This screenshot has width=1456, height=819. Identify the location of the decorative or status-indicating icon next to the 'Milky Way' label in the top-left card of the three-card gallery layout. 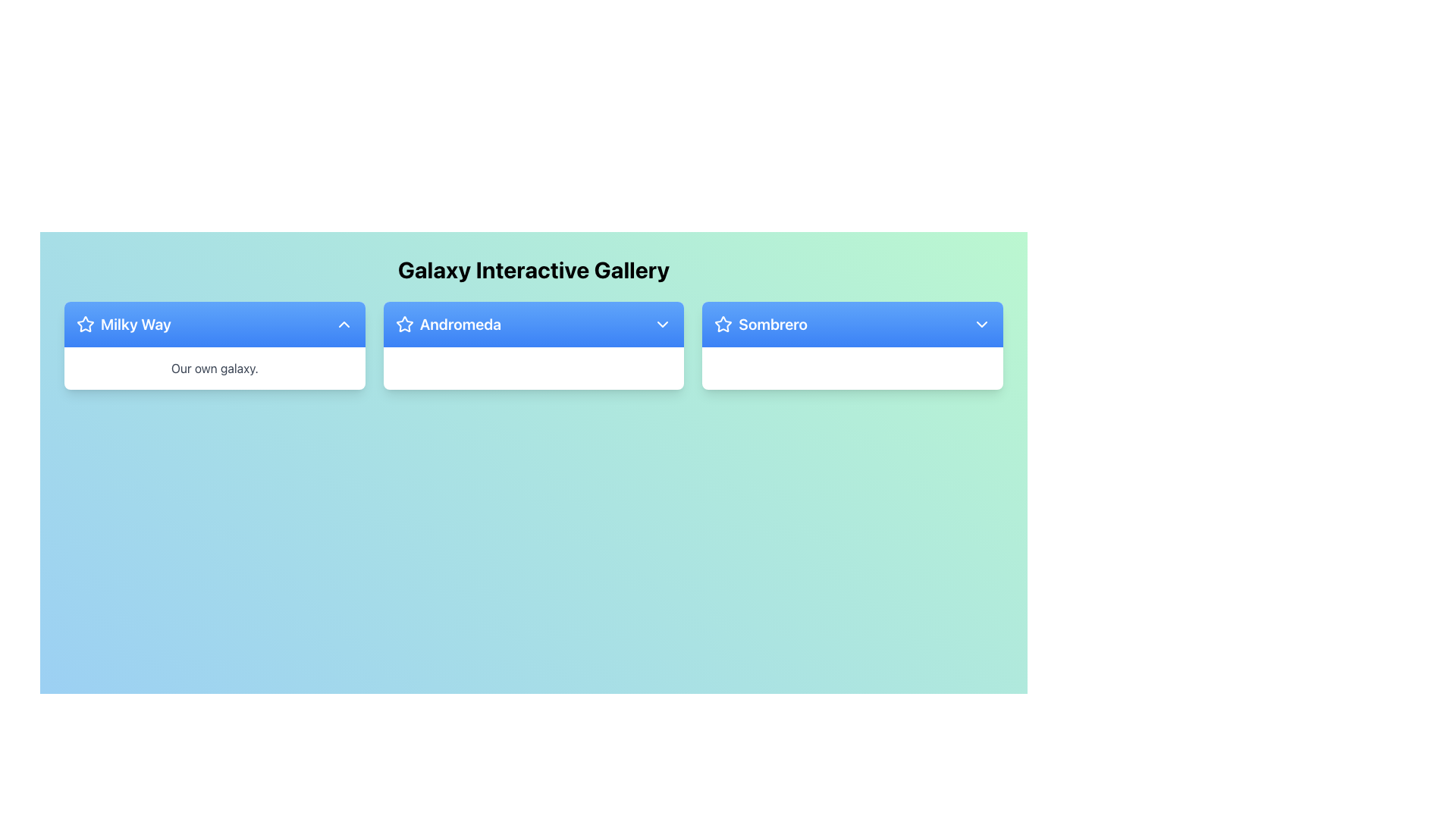
(85, 324).